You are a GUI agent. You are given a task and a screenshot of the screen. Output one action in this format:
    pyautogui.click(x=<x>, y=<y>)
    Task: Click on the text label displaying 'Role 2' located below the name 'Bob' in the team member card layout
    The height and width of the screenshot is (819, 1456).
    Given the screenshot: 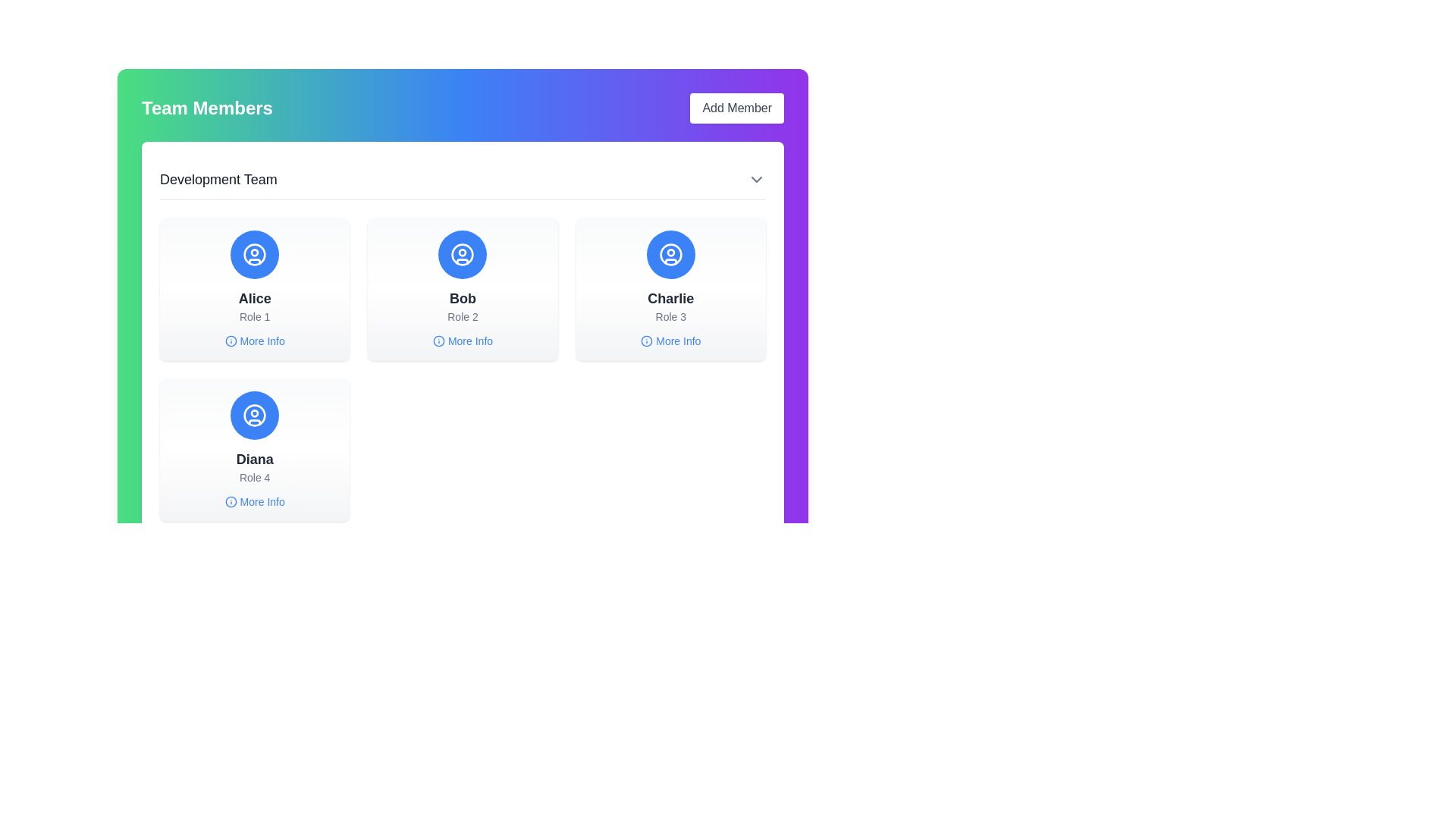 What is the action you would take?
    pyautogui.click(x=462, y=315)
    